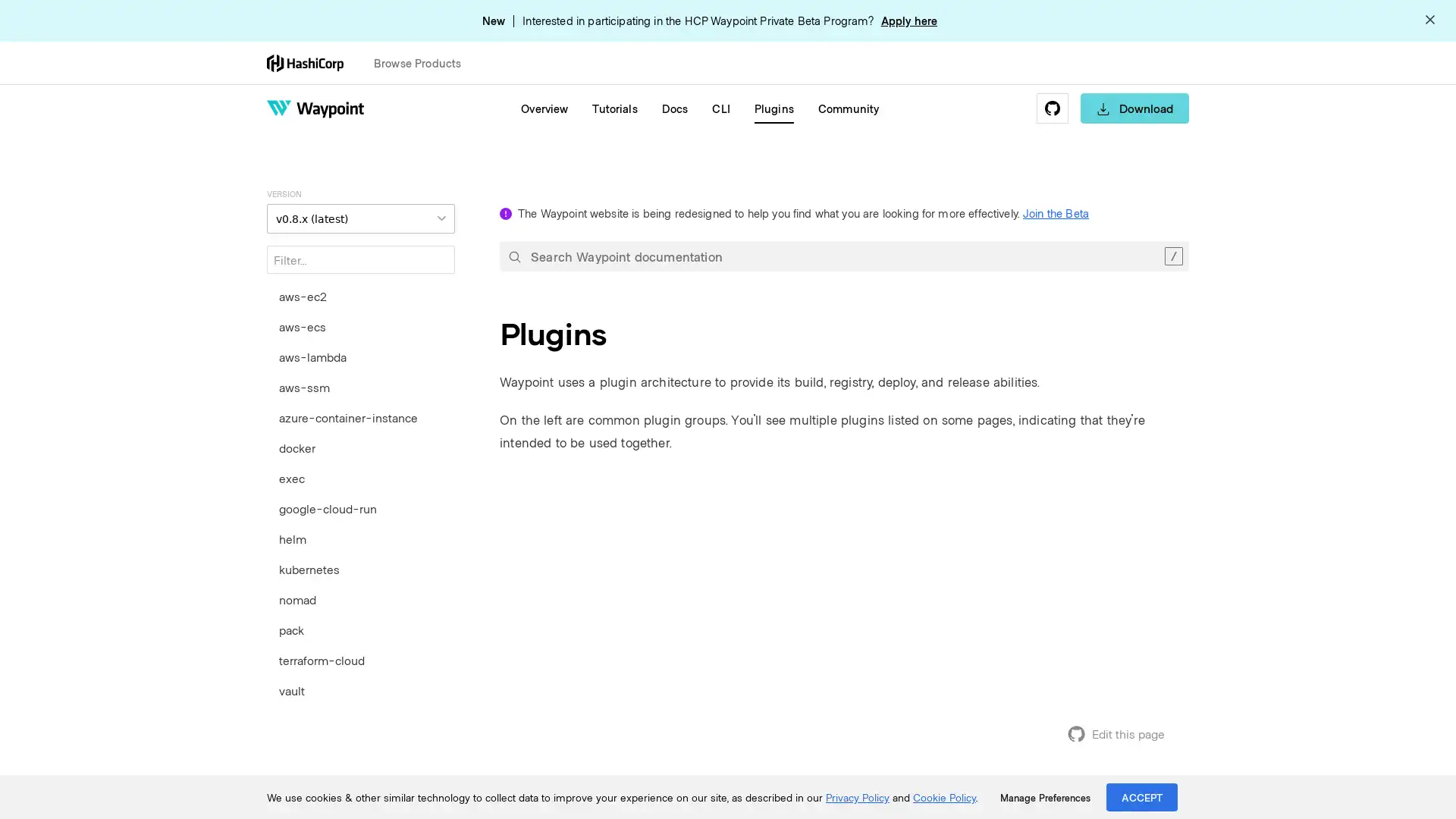 This screenshot has height=819, width=1456. Describe the element at coordinates (1429, 20) in the screenshot. I see `Dismiss alert` at that location.